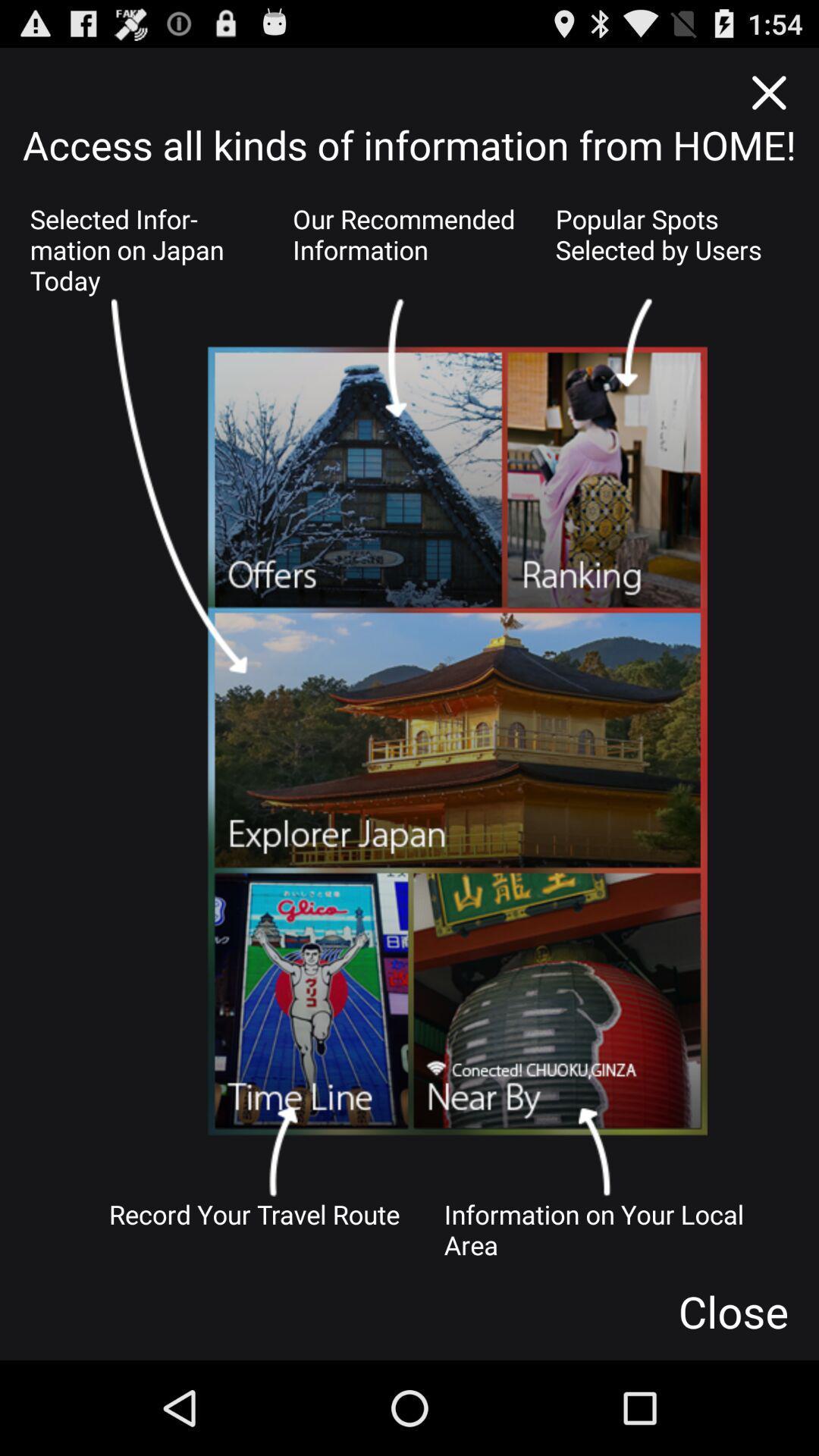  I want to click on the close, so click(733, 1310).